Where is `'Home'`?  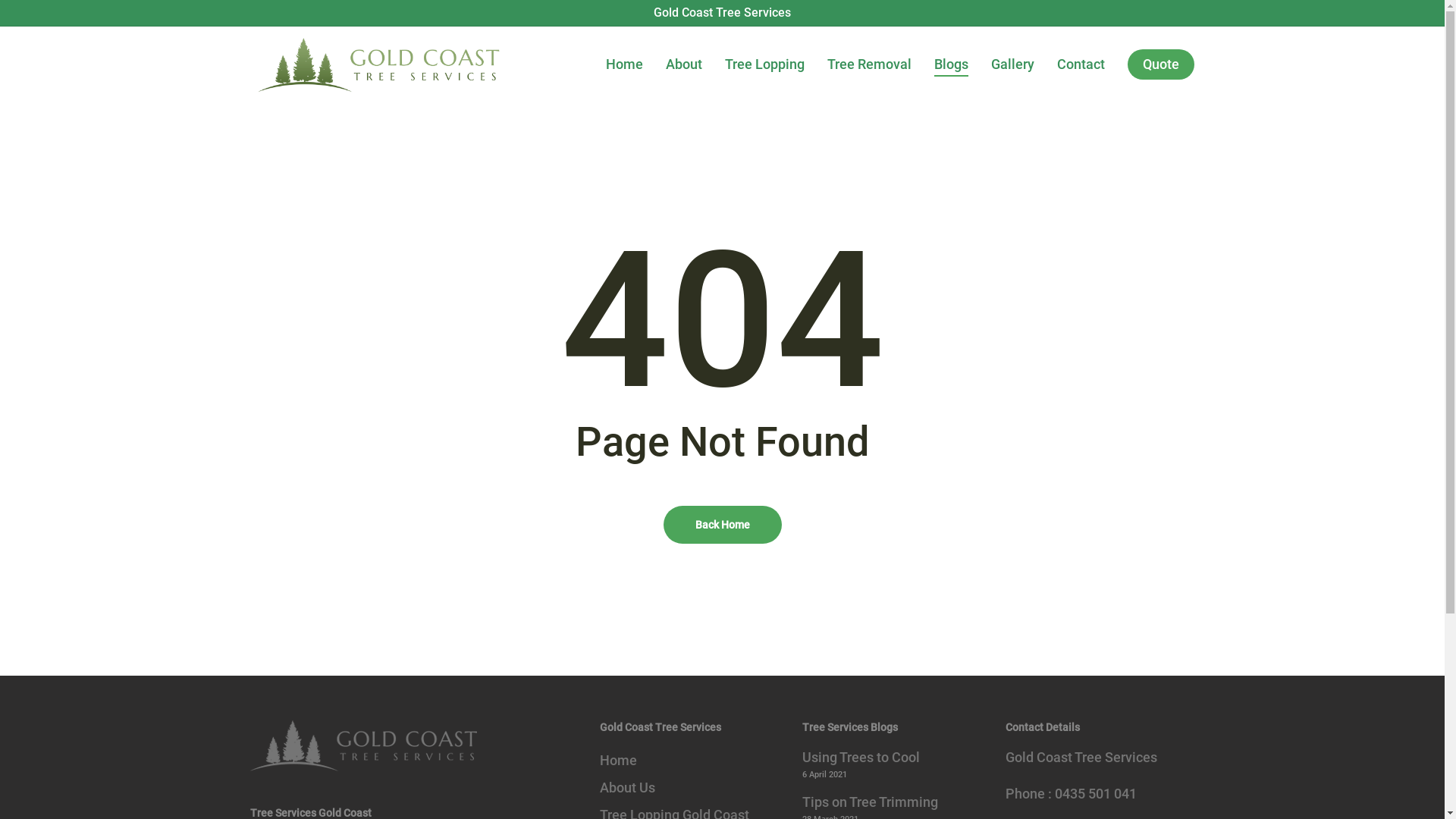 'Home' is located at coordinates (624, 63).